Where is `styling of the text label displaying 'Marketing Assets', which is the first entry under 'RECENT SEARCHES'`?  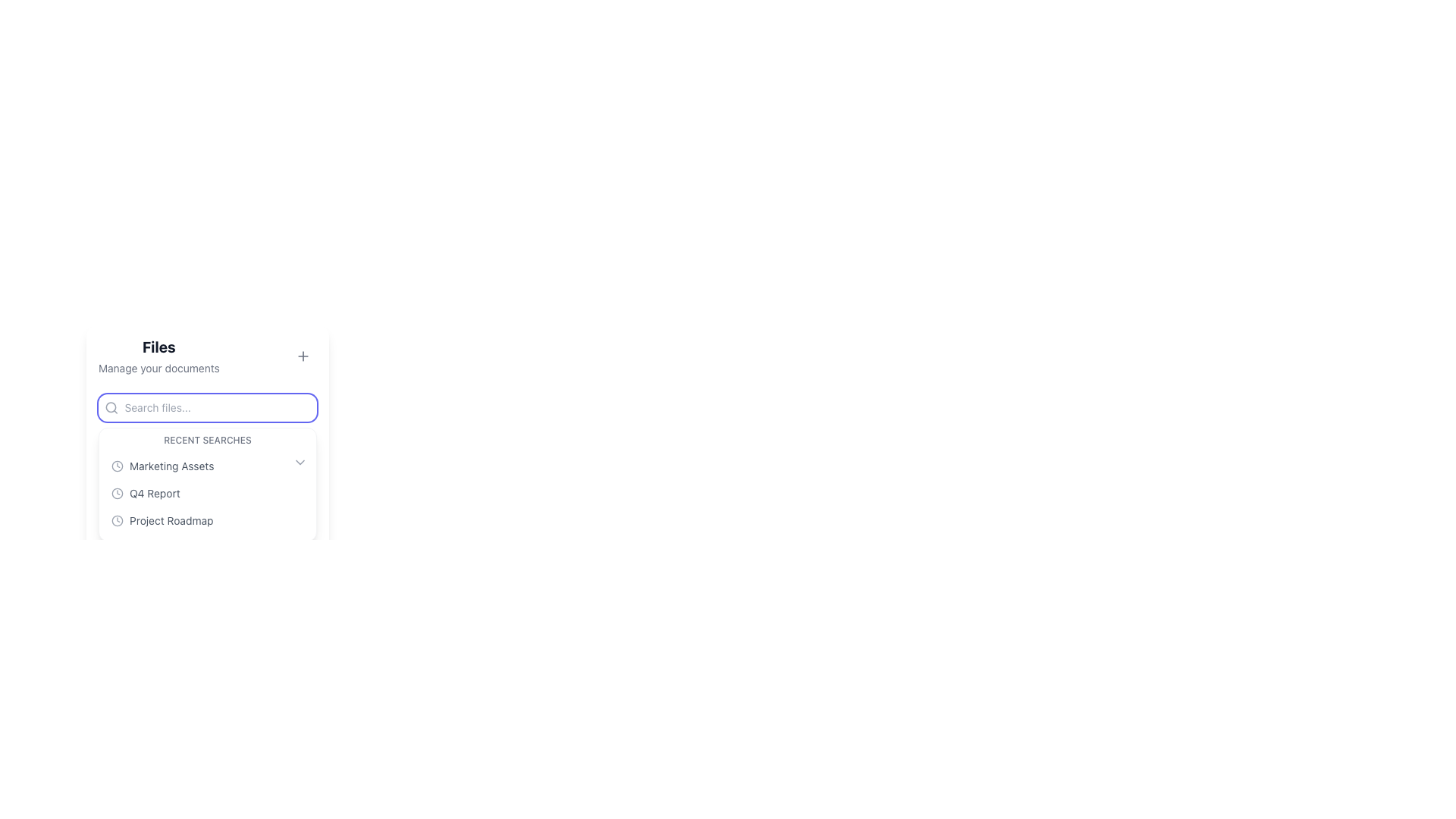
styling of the text label displaying 'Marketing Assets', which is the first entry under 'RECENT SEARCHES' is located at coordinates (171, 465).